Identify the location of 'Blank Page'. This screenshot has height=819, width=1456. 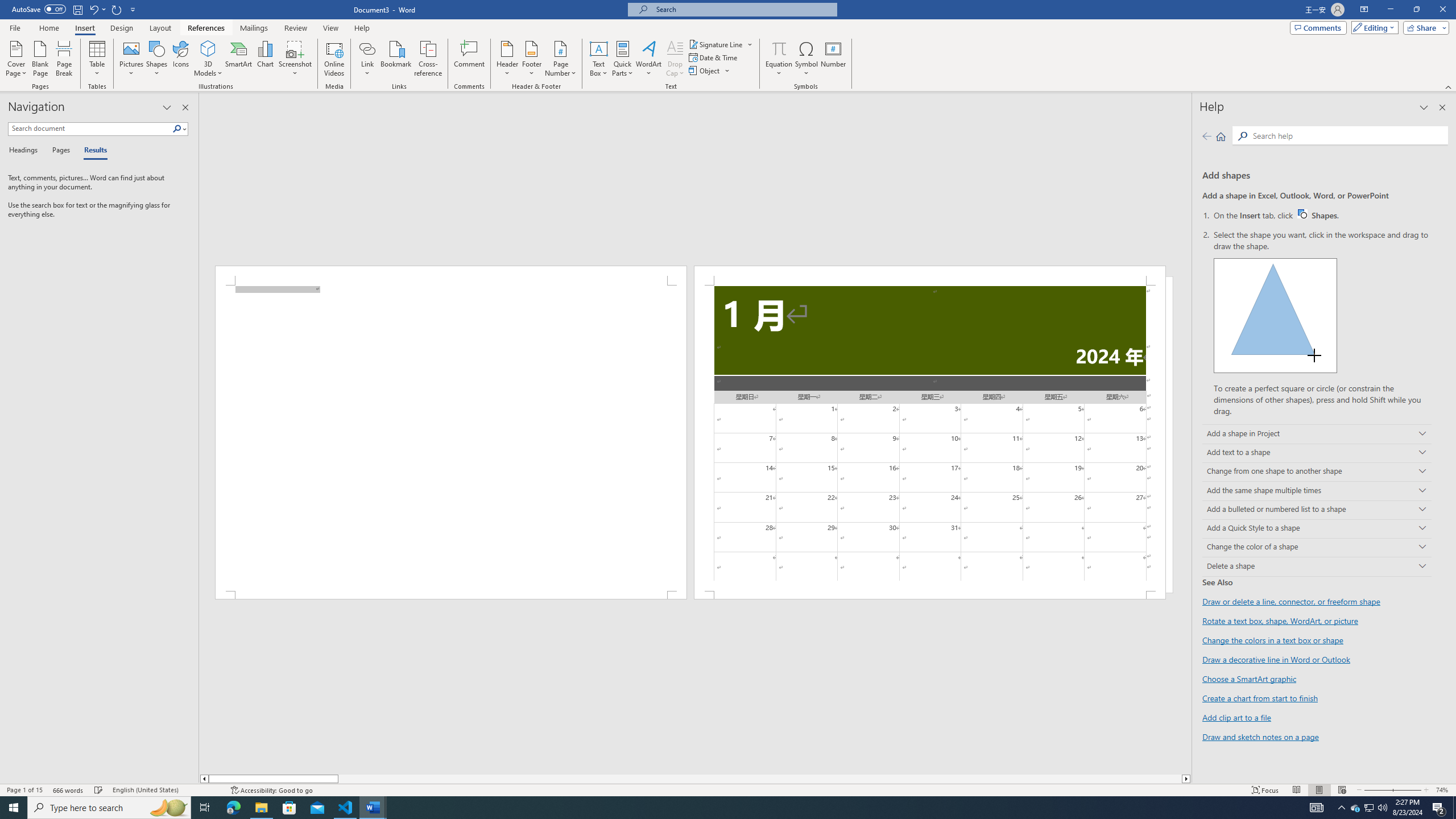
(40, 59).